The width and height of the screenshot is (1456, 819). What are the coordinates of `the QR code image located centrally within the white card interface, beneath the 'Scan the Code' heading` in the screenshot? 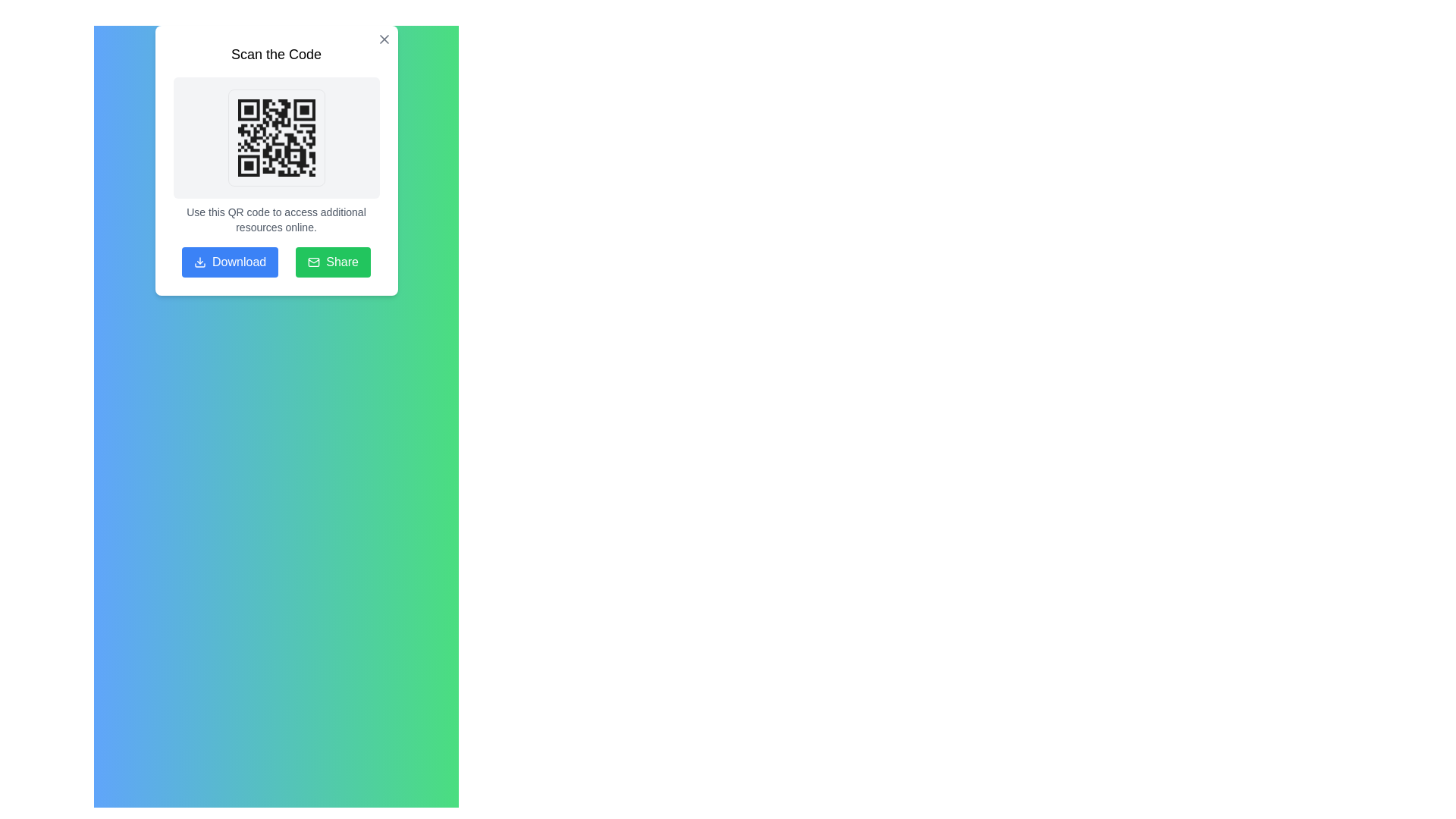 It's located at (276, 137).